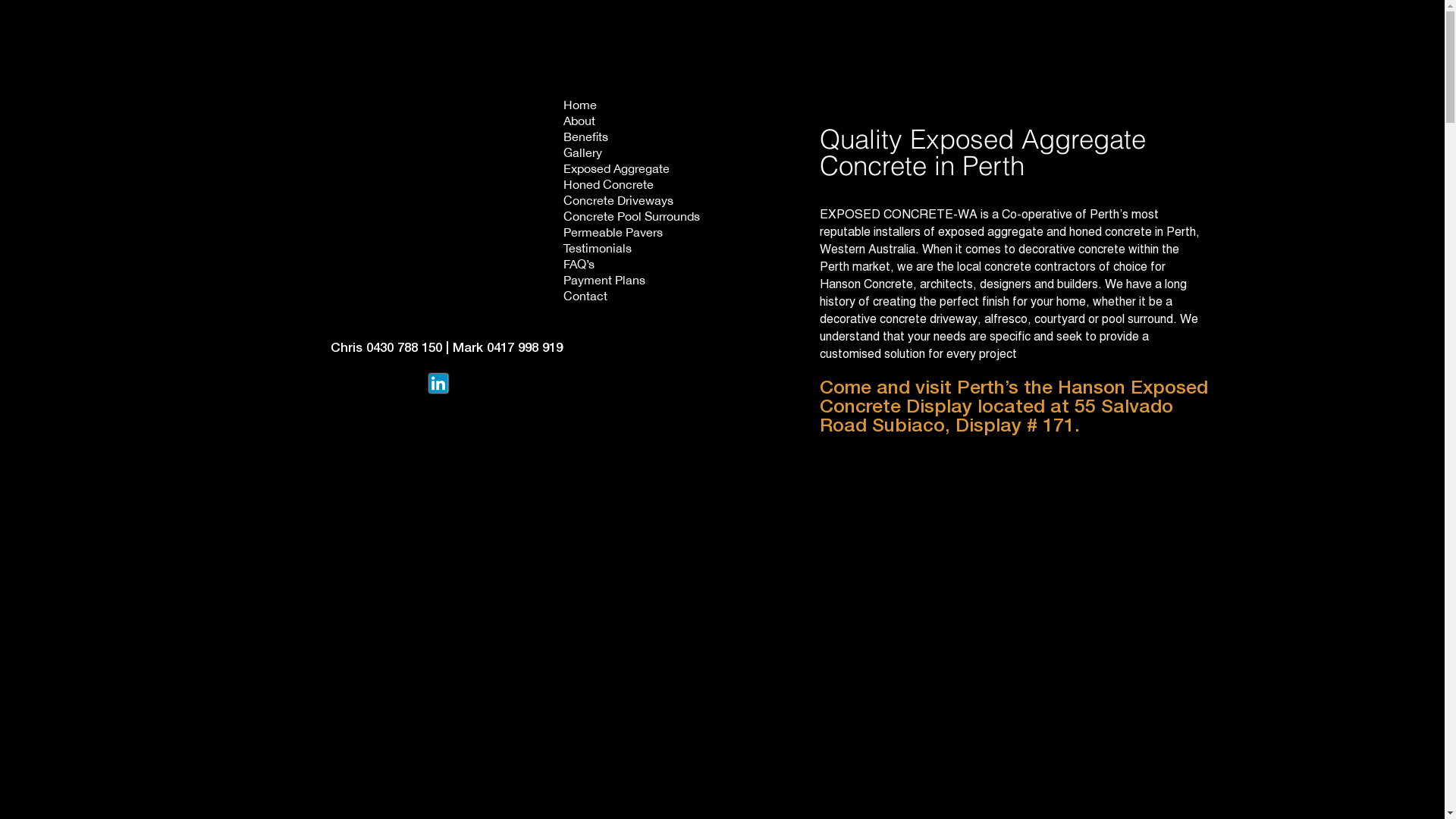  I want to click on 'Concrete Pool Surrounds', so click(632, 218).